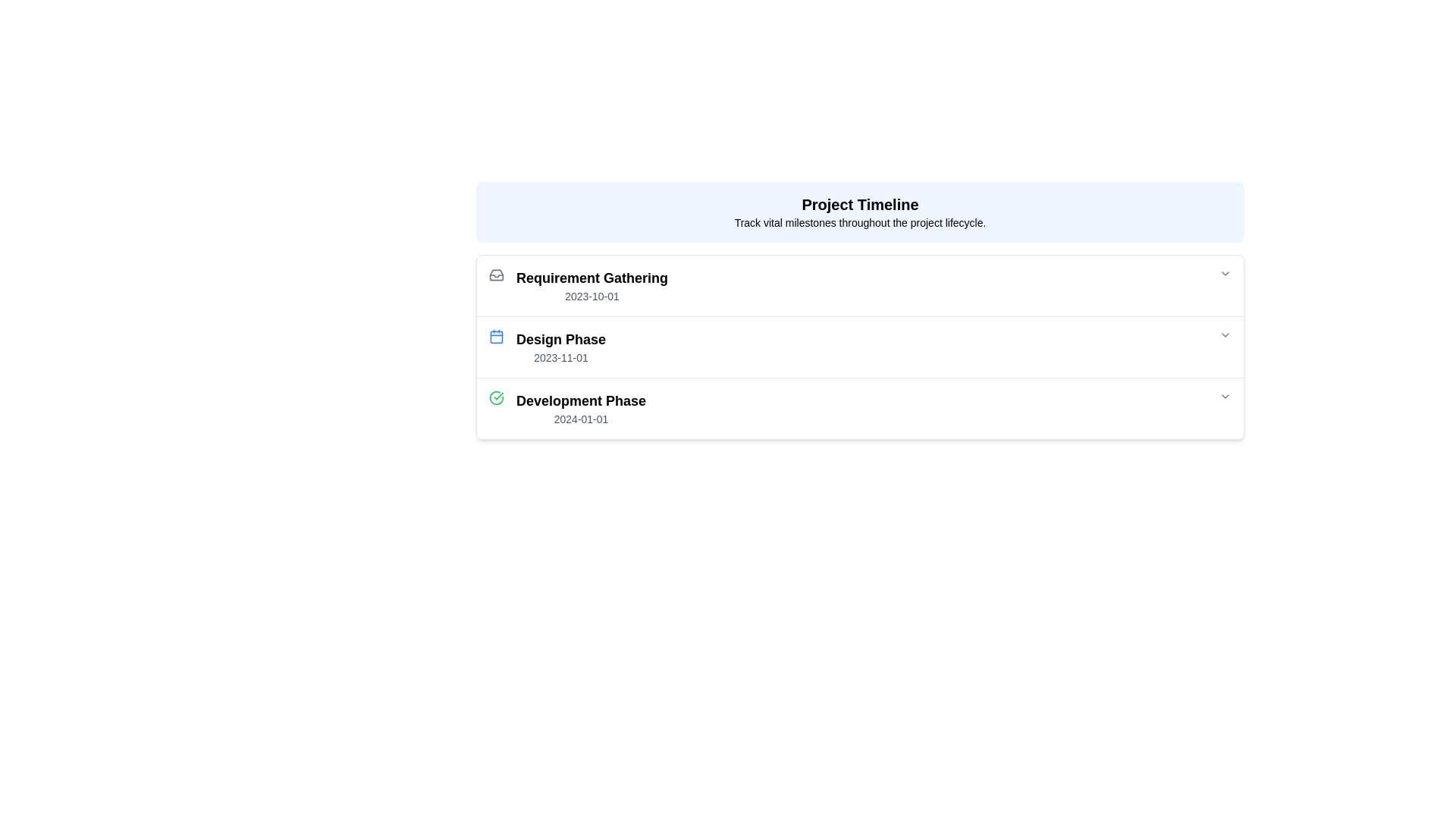  I want to click on the date or scheduled timeline icon within the 'Design Phase' card, which is the second card in the project phases list, so click(496, 335).